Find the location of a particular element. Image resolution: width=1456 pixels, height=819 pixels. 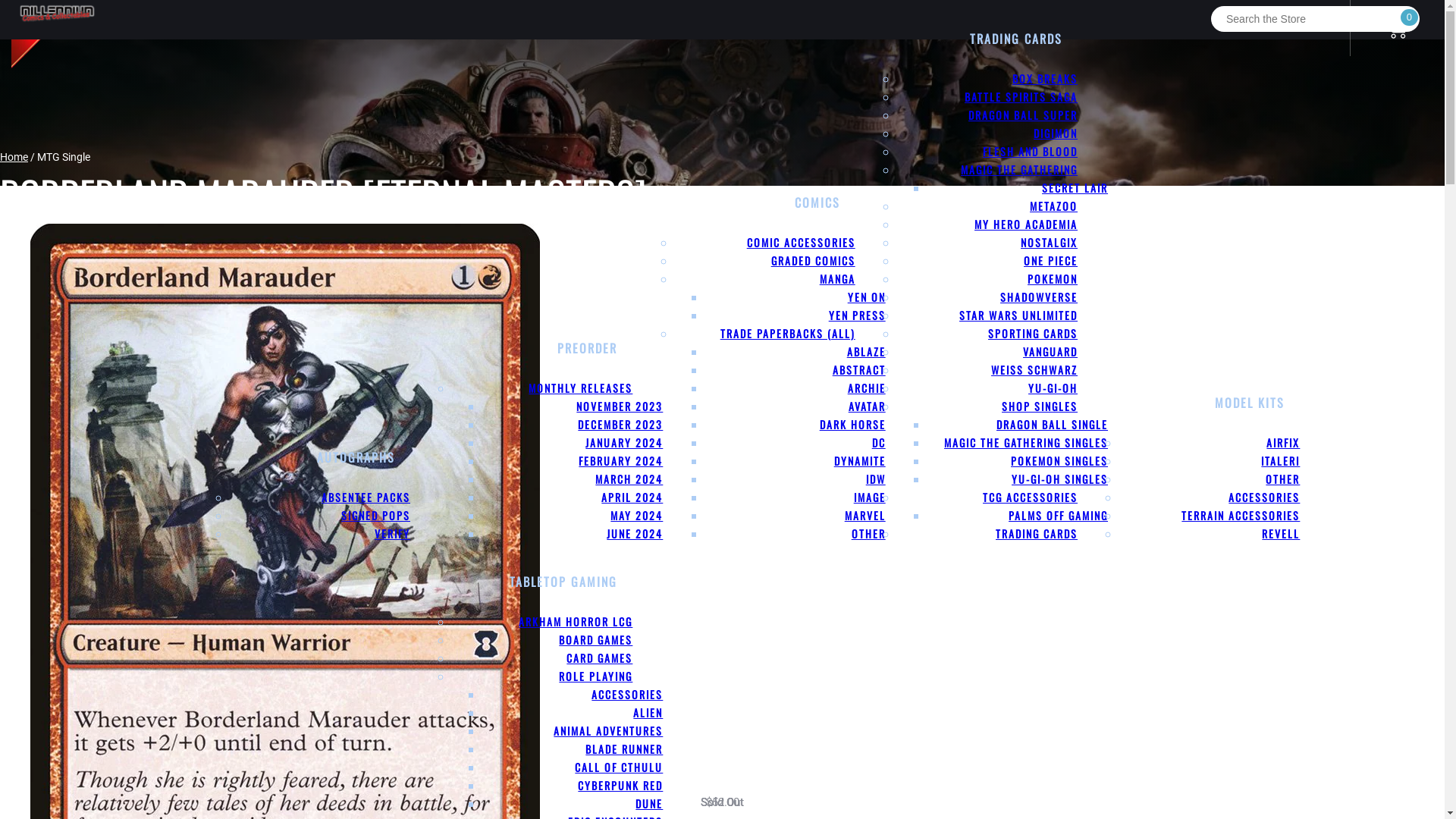

'COMIC ACCESSORIES' is located at coordinates (800, 241).